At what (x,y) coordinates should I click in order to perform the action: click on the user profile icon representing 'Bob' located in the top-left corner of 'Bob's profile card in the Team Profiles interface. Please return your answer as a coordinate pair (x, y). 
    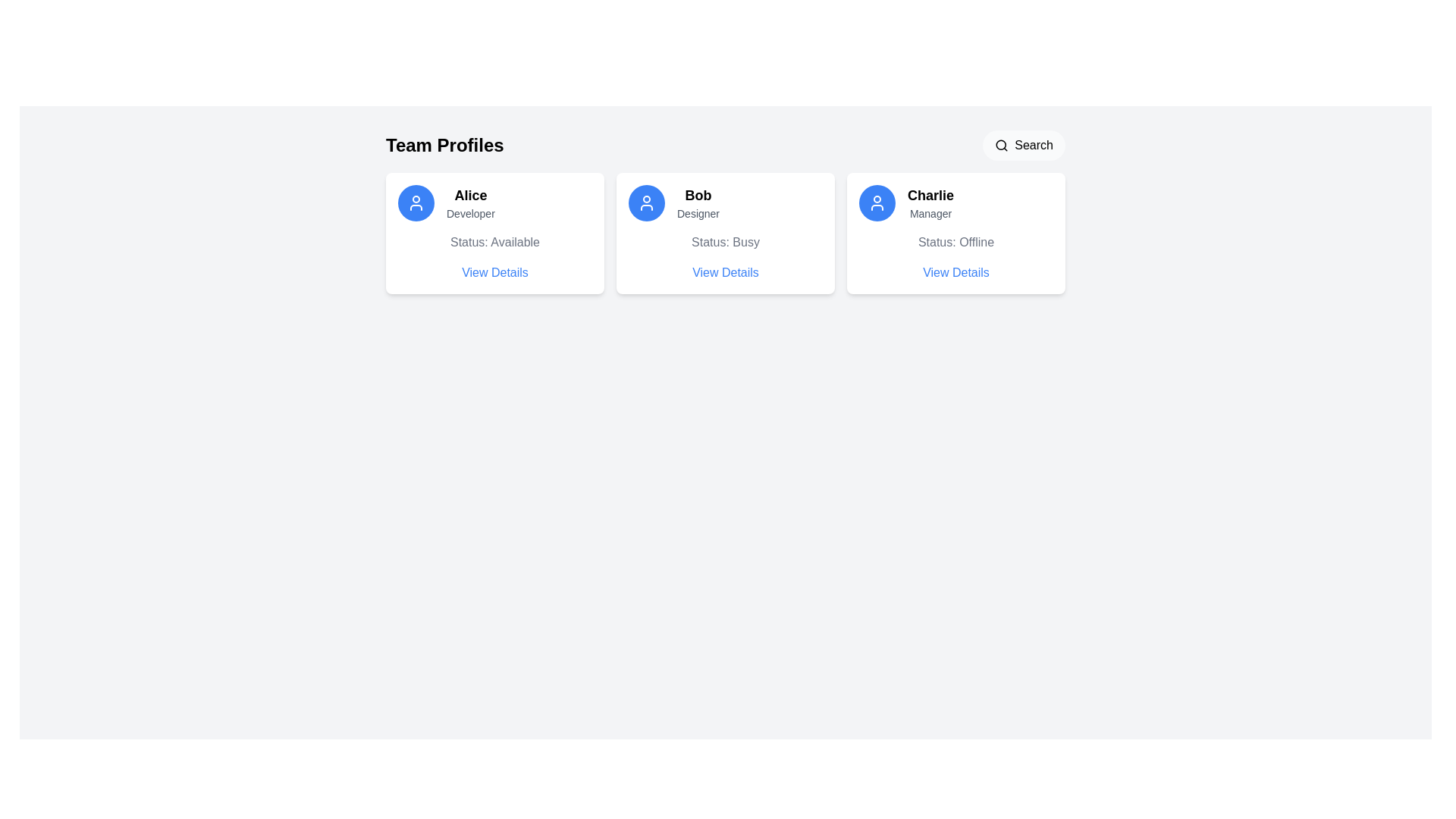
    Looking at the image, I should click on (647, 202).